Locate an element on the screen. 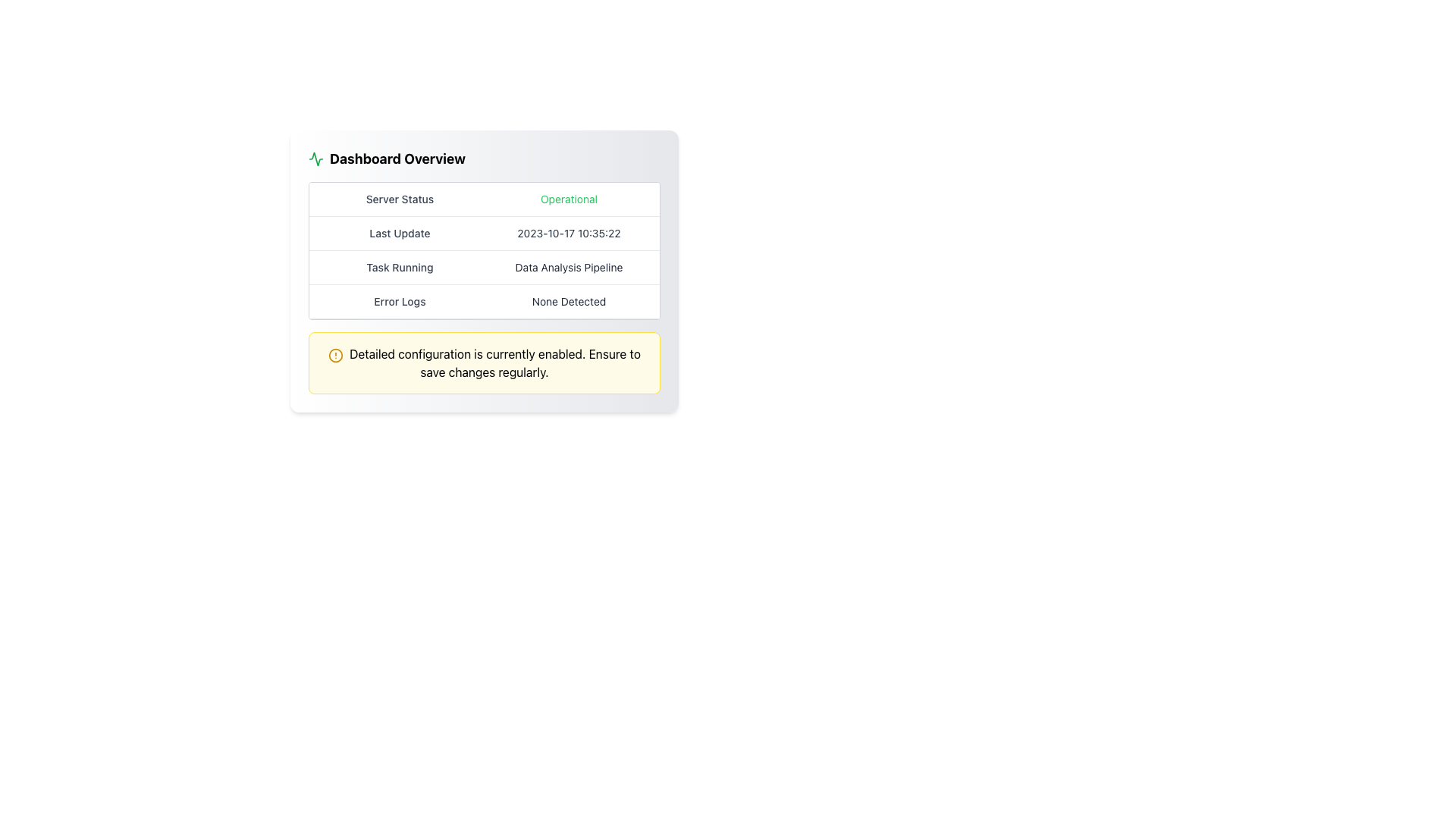  the Information Display Row that indicates 'None Detected' in the right column of the error logs section, located at the bottom of the status group is located at coordinates (483, 302).